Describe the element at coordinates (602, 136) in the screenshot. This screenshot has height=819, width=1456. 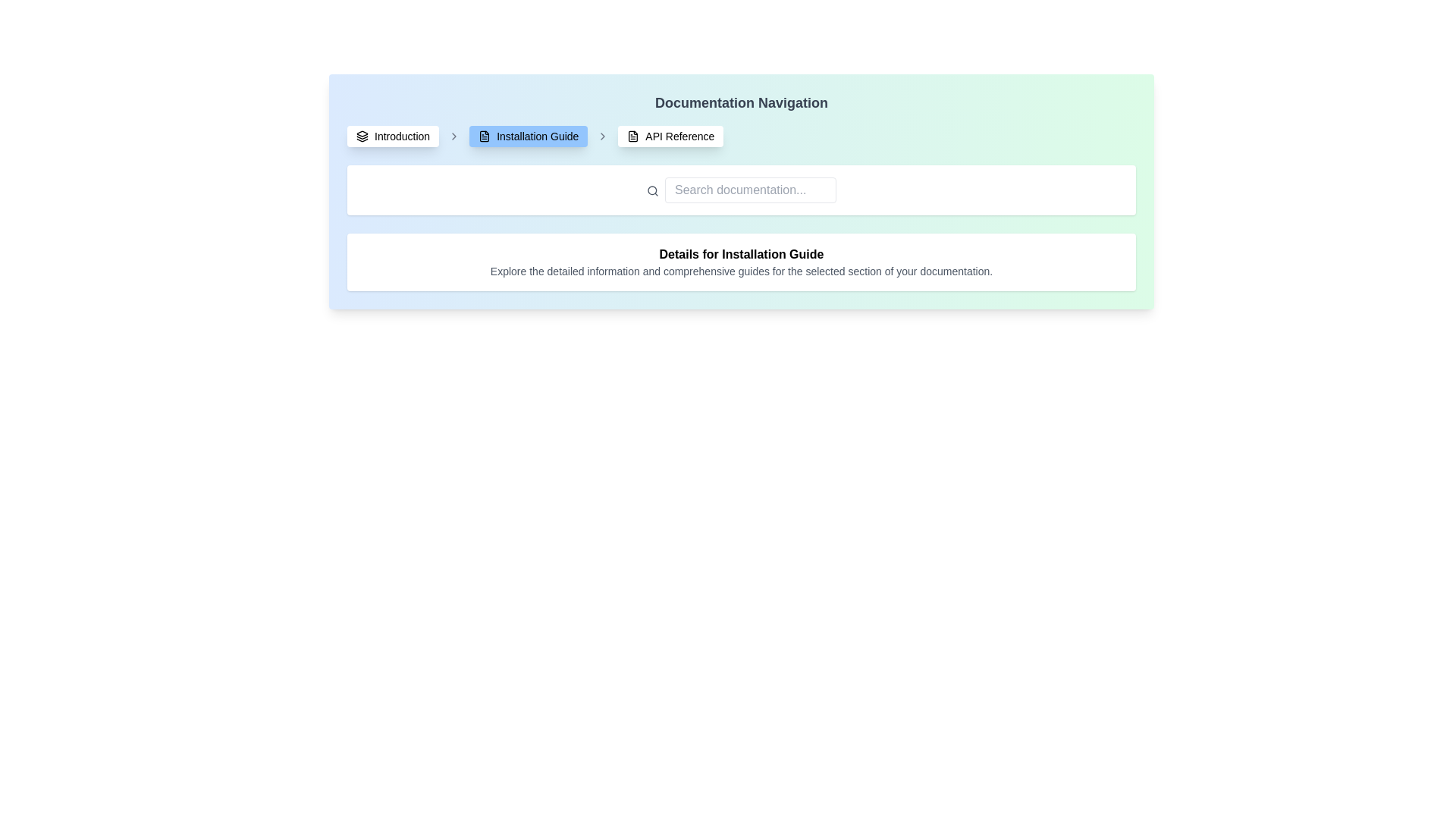
I see `the right-pointing gray chevron icon positioned between the 'Installation Guide' and 'API Reference' navigation buttons` at that location.